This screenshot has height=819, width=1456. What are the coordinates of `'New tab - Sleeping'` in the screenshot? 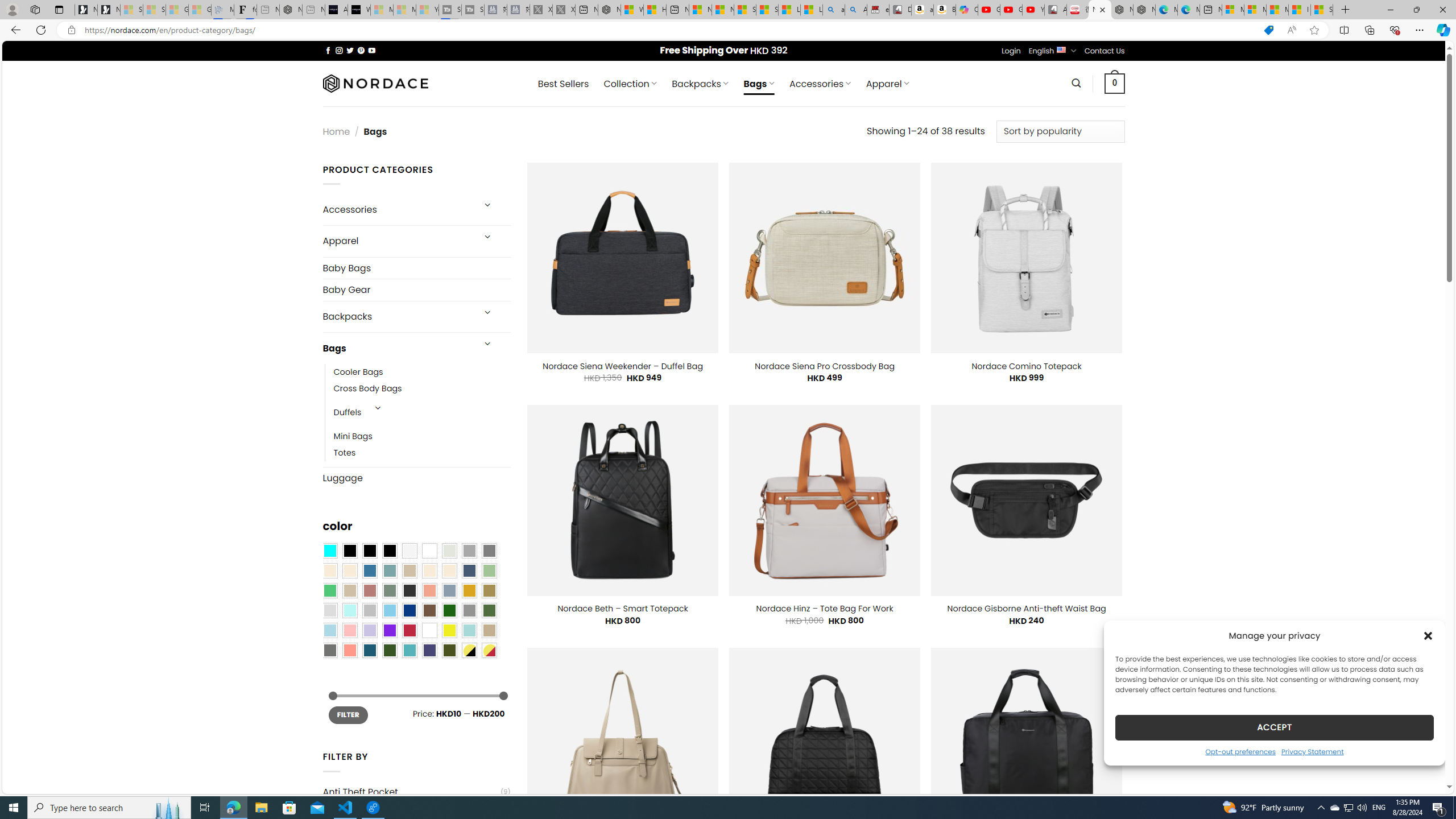 It's located at (313, 9).